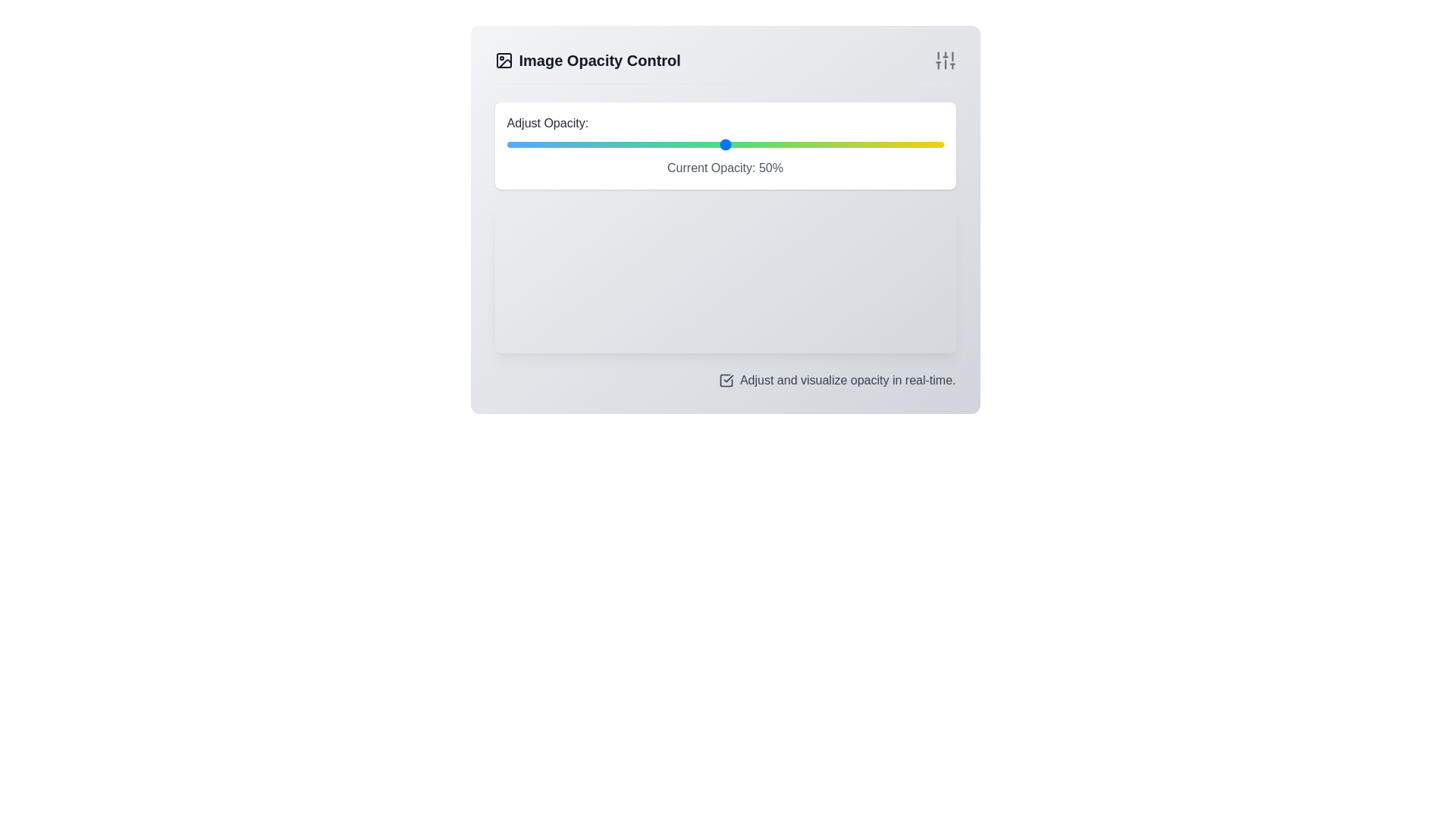 The image size is (1456, 819). I want to click on the opacity, so click(511, 145).